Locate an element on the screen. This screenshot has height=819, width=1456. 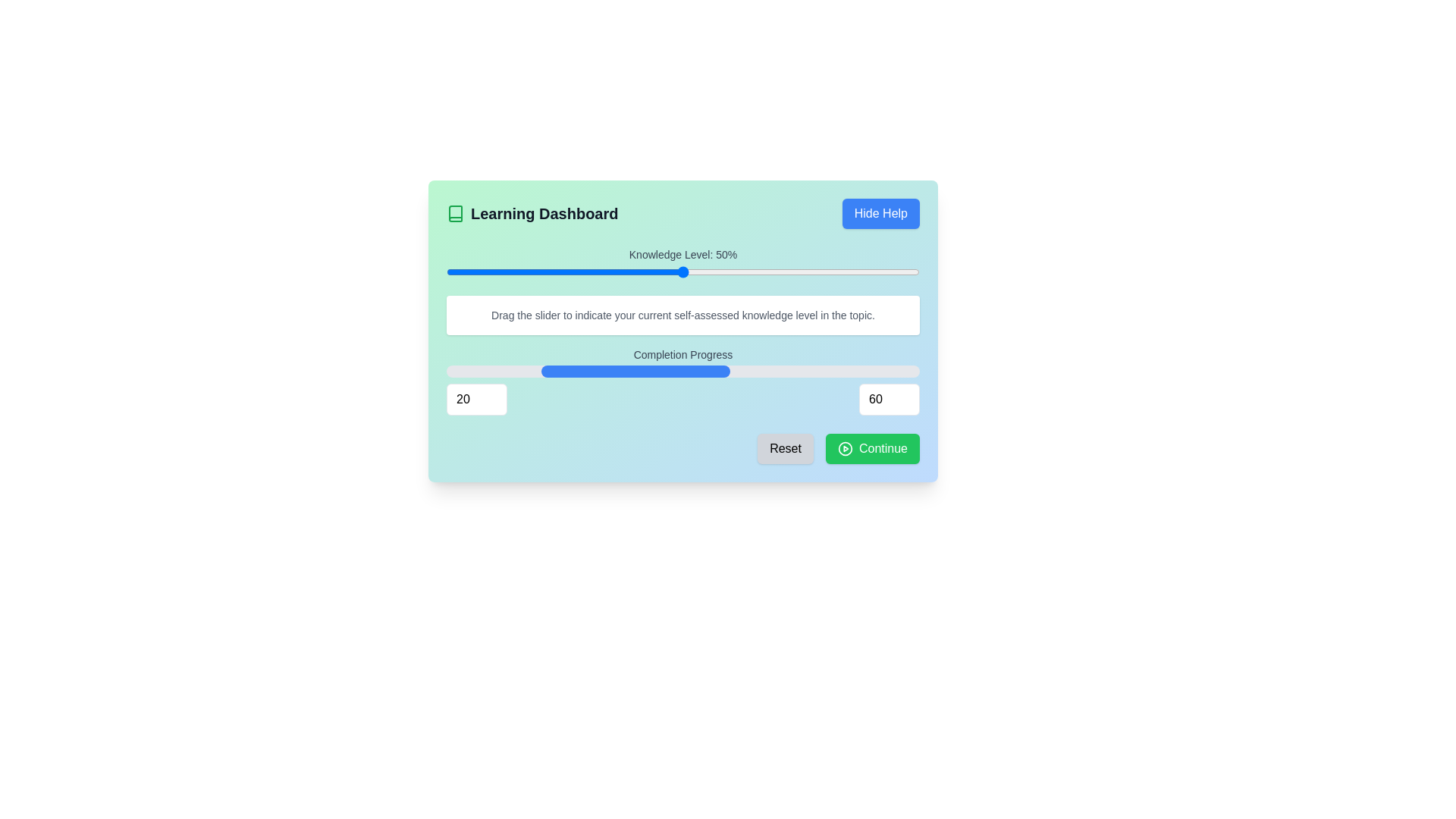
the knowledge level is located at coordinates (872, 271).